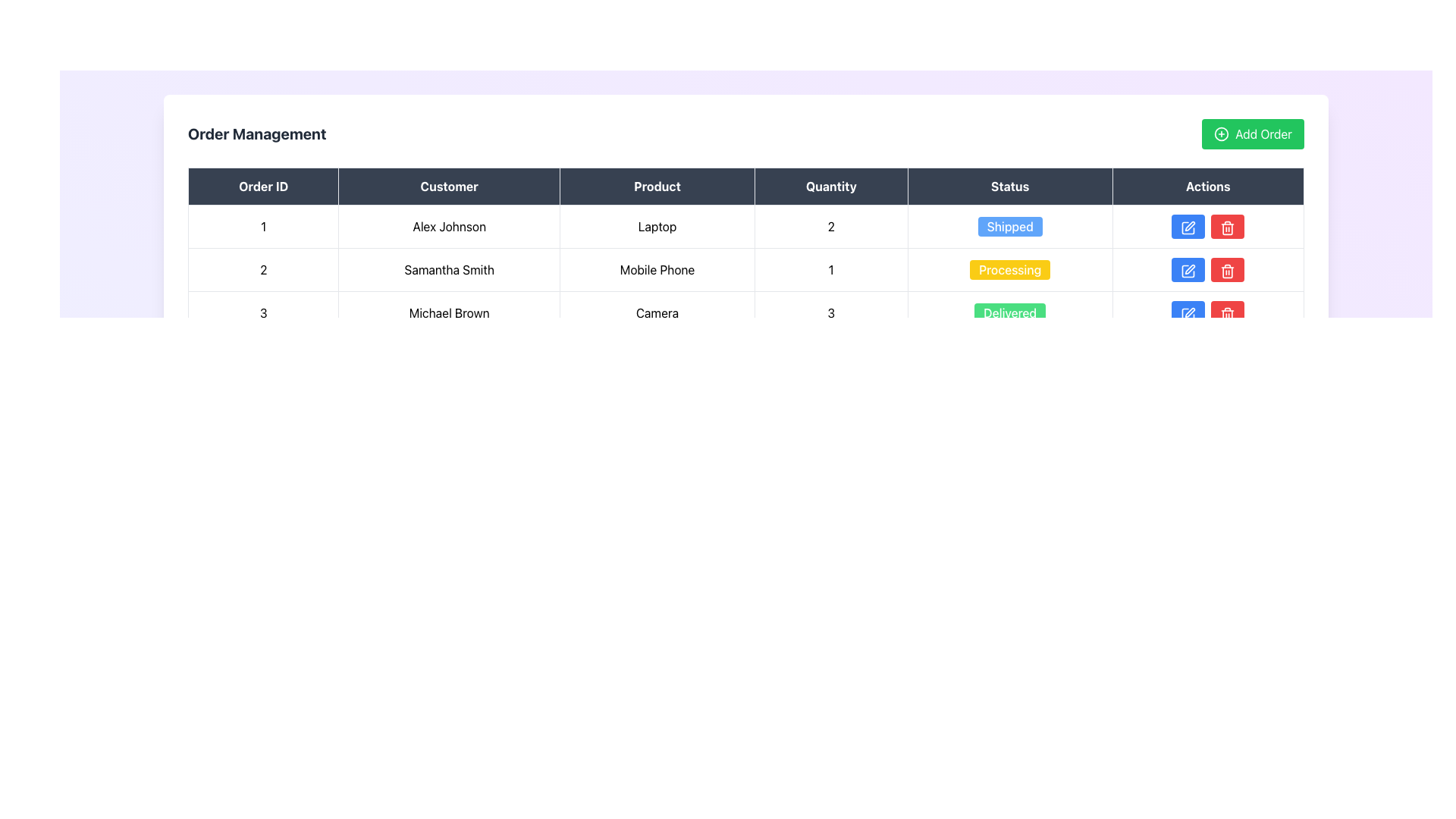  Describe the element at coordinates (1228, 312) in the screenshot. I see `the deletion button located in the 'Actions' column of the last row of the table, which is positioned to the right of a blue edit button` at that location.